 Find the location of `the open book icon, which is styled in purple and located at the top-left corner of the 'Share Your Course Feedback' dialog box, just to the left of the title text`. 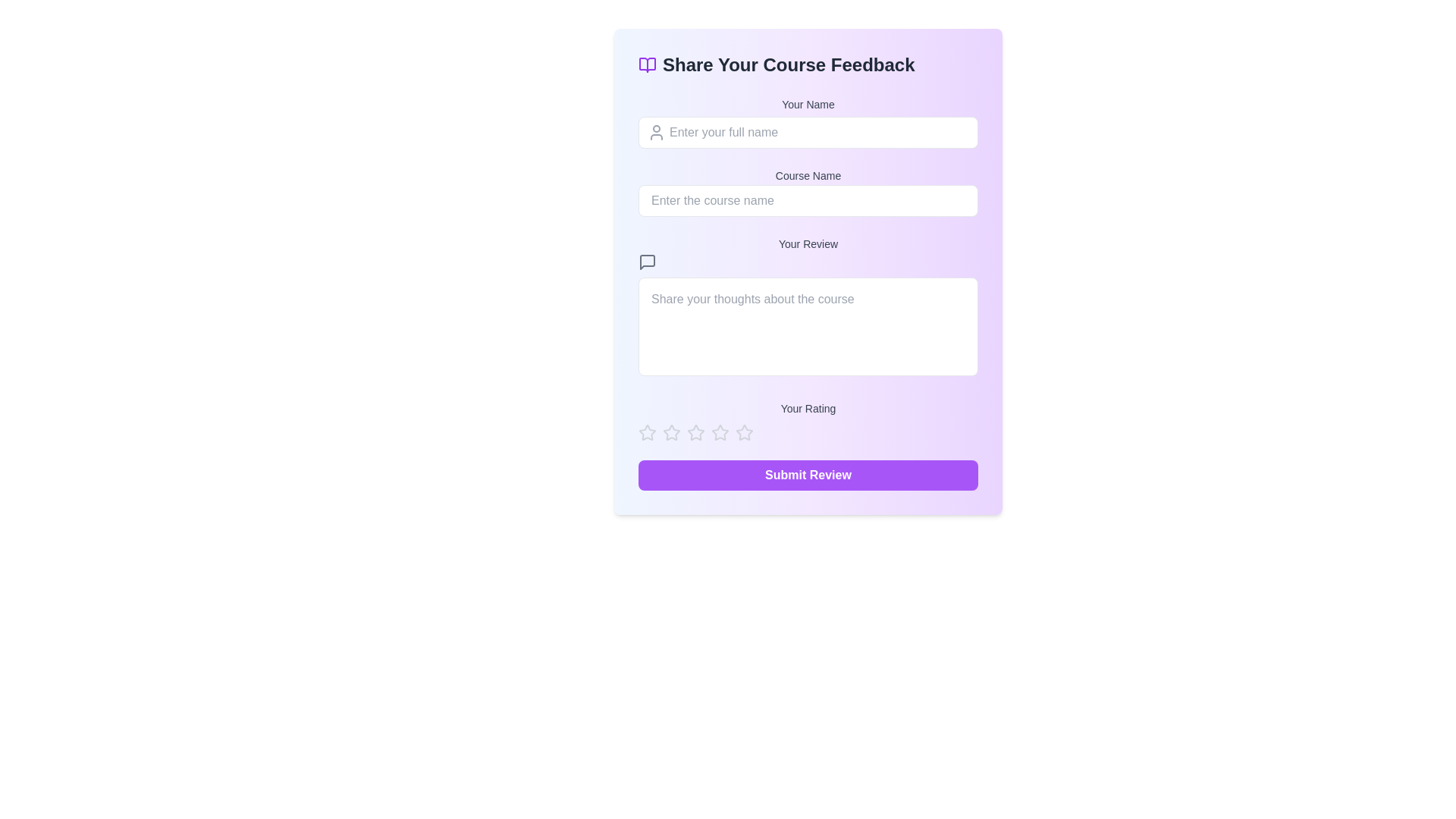

the open book icon, which is styled in purple and located at the top-left corner of the 'Share Your Course Feedback' dialog box, just to the left of the title text is located at coordinates (648, 64).